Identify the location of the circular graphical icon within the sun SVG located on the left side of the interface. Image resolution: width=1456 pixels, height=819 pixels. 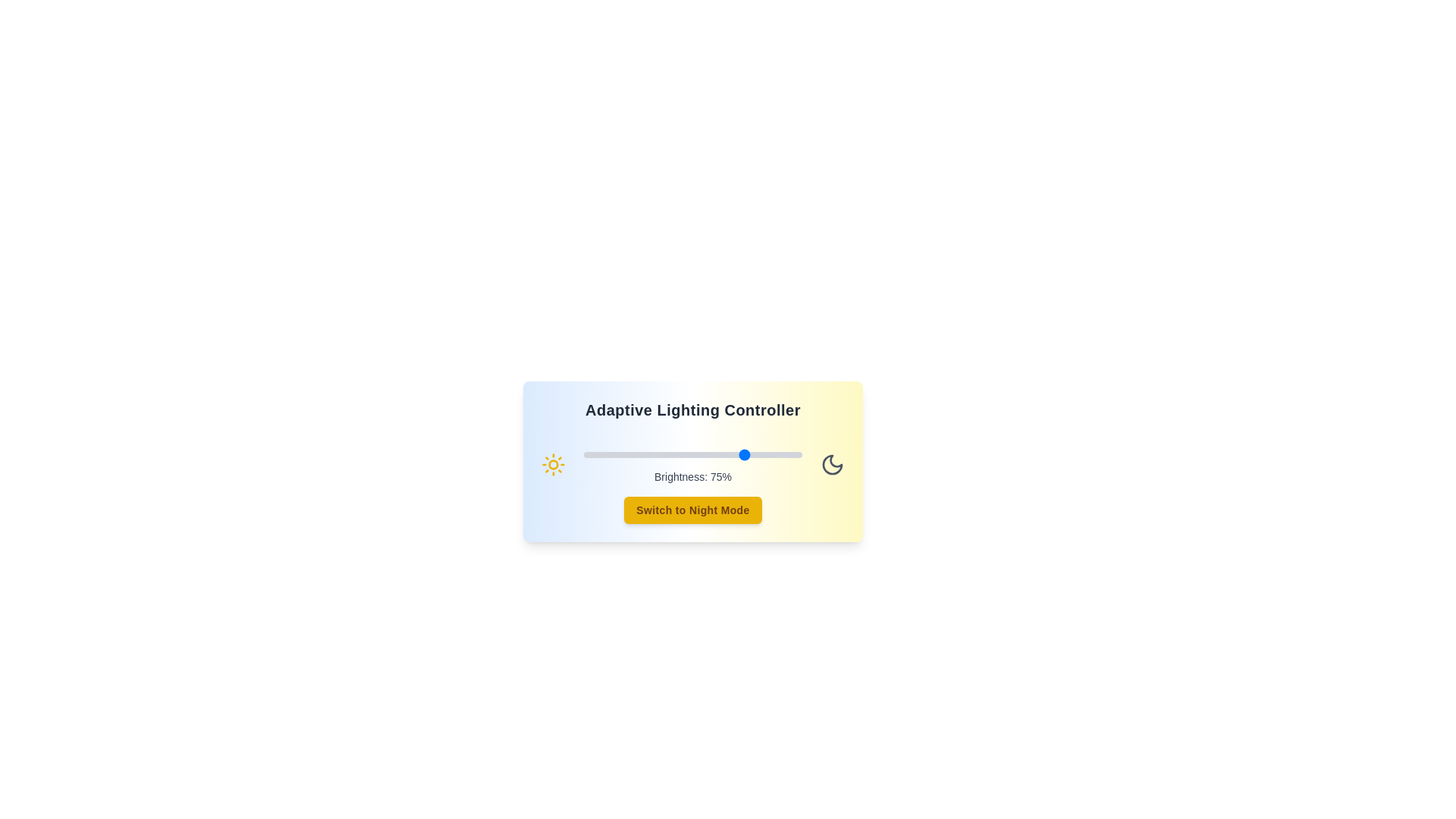
(552, 464).